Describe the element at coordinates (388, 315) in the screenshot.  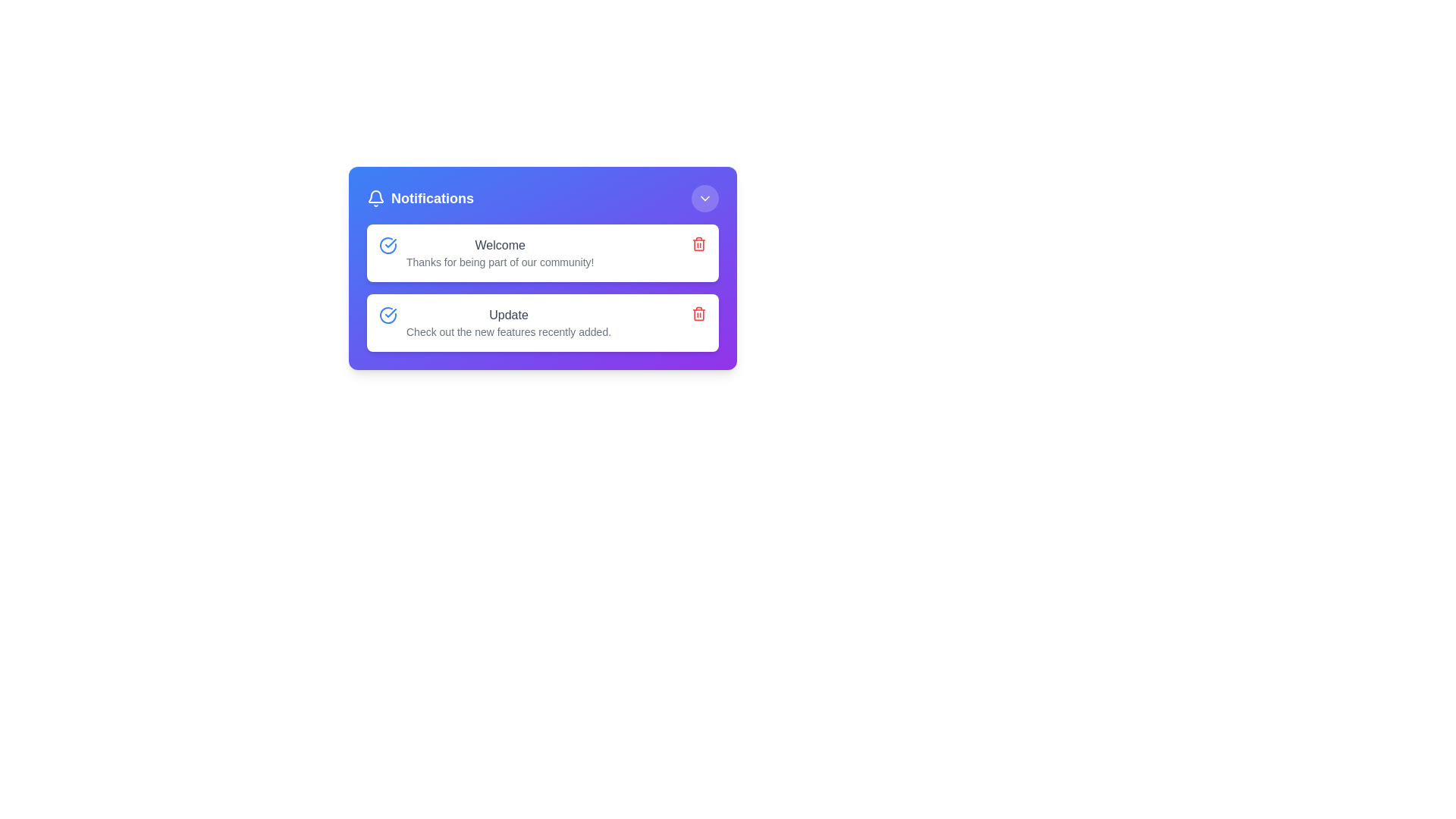
I see `SVG properties of the decorative icon representing a checked status located in the first notification box, to the left of the text 'Welcome'` at that location.